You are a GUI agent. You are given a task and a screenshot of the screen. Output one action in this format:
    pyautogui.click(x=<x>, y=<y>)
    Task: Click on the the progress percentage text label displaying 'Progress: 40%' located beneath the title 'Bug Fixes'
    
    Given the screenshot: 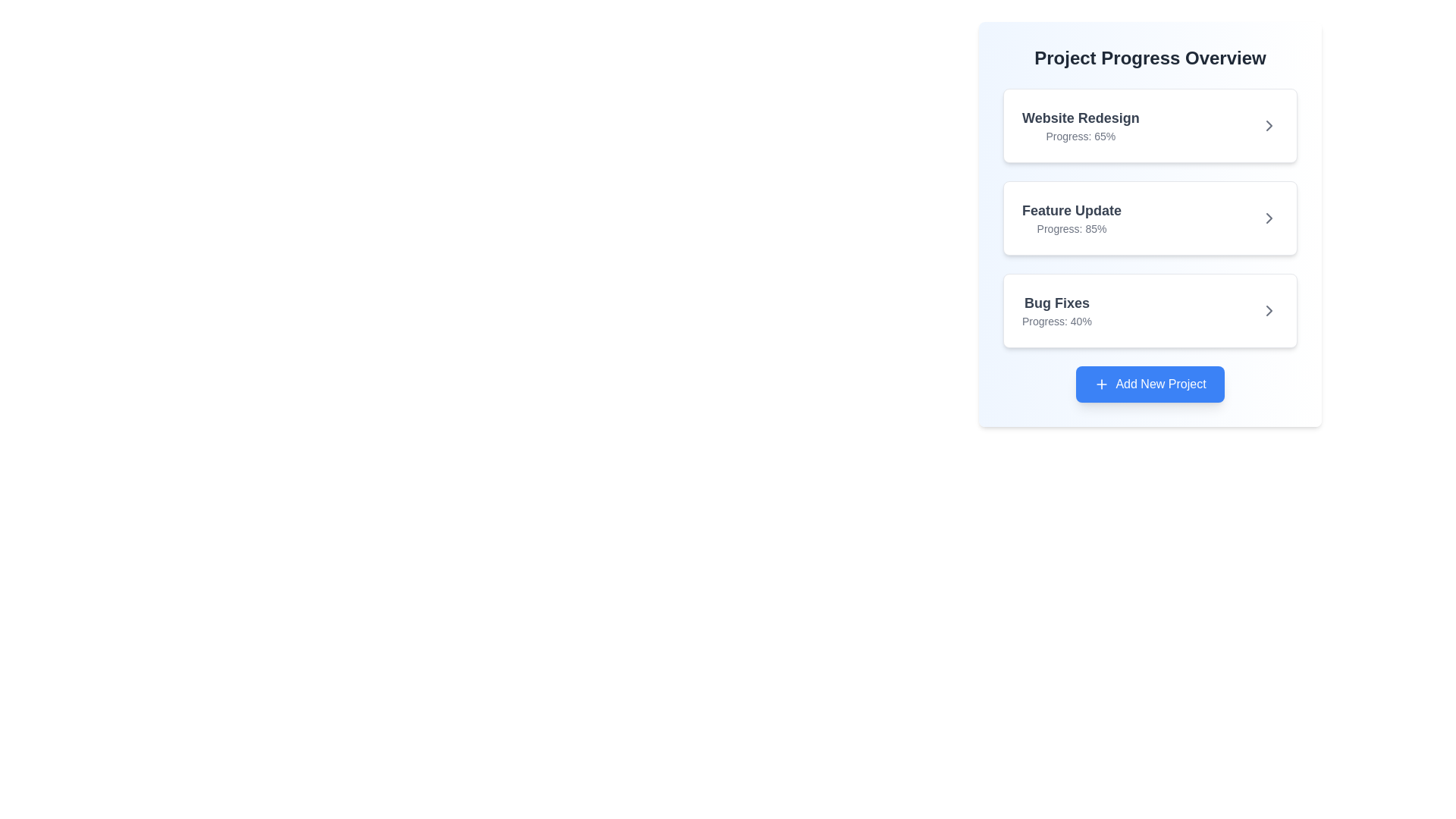 What is the action you would take?
    pyautogui.click(x=1056, y=321)
    